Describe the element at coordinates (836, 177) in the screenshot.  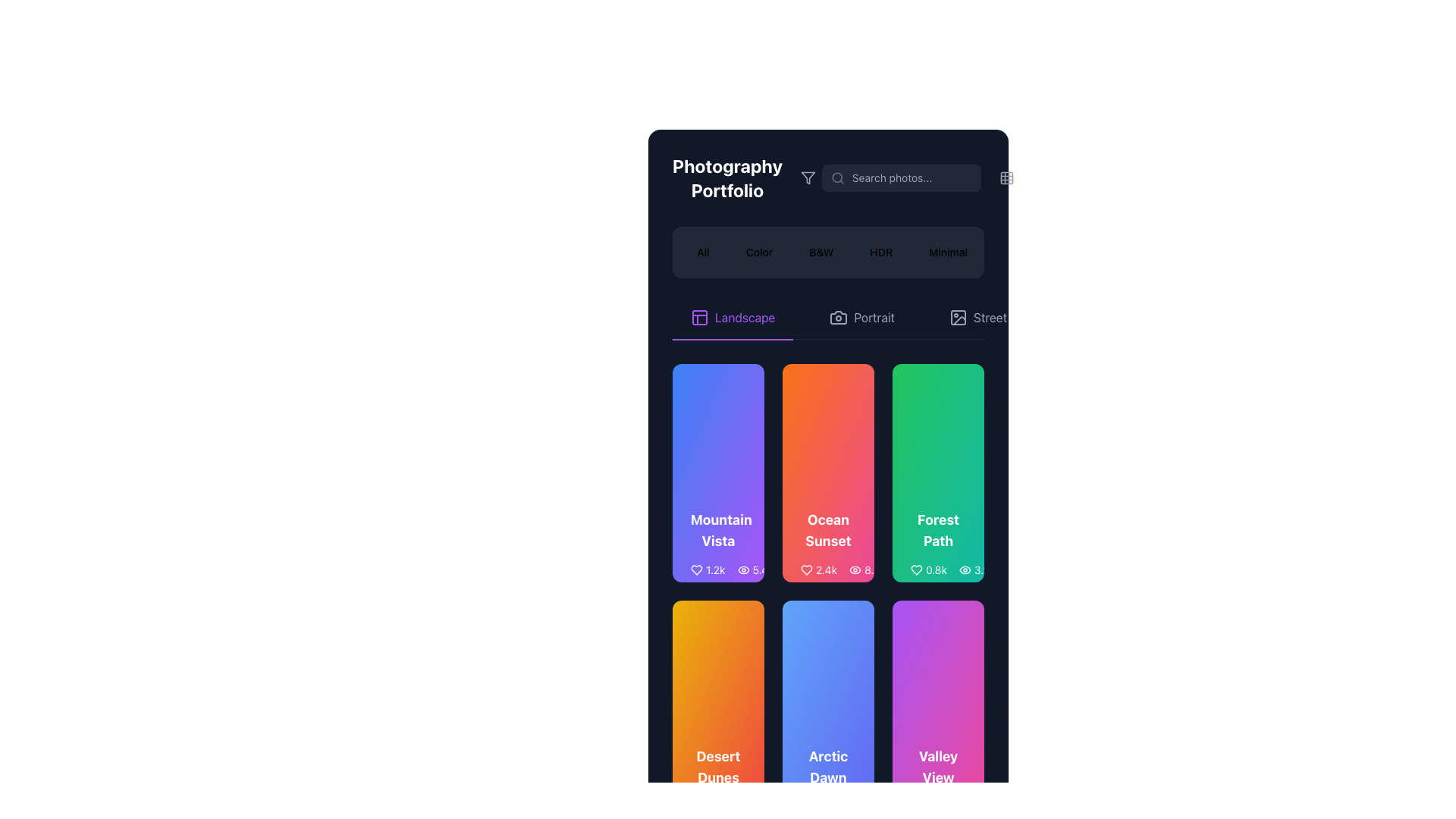
I see `the circular search icon resembling a magnifying glass located at the top-right corner of the page, adjacent to the search bar with the placeholder text 'Search Photos' to initiate a search action or focus on the search bar` at that location.